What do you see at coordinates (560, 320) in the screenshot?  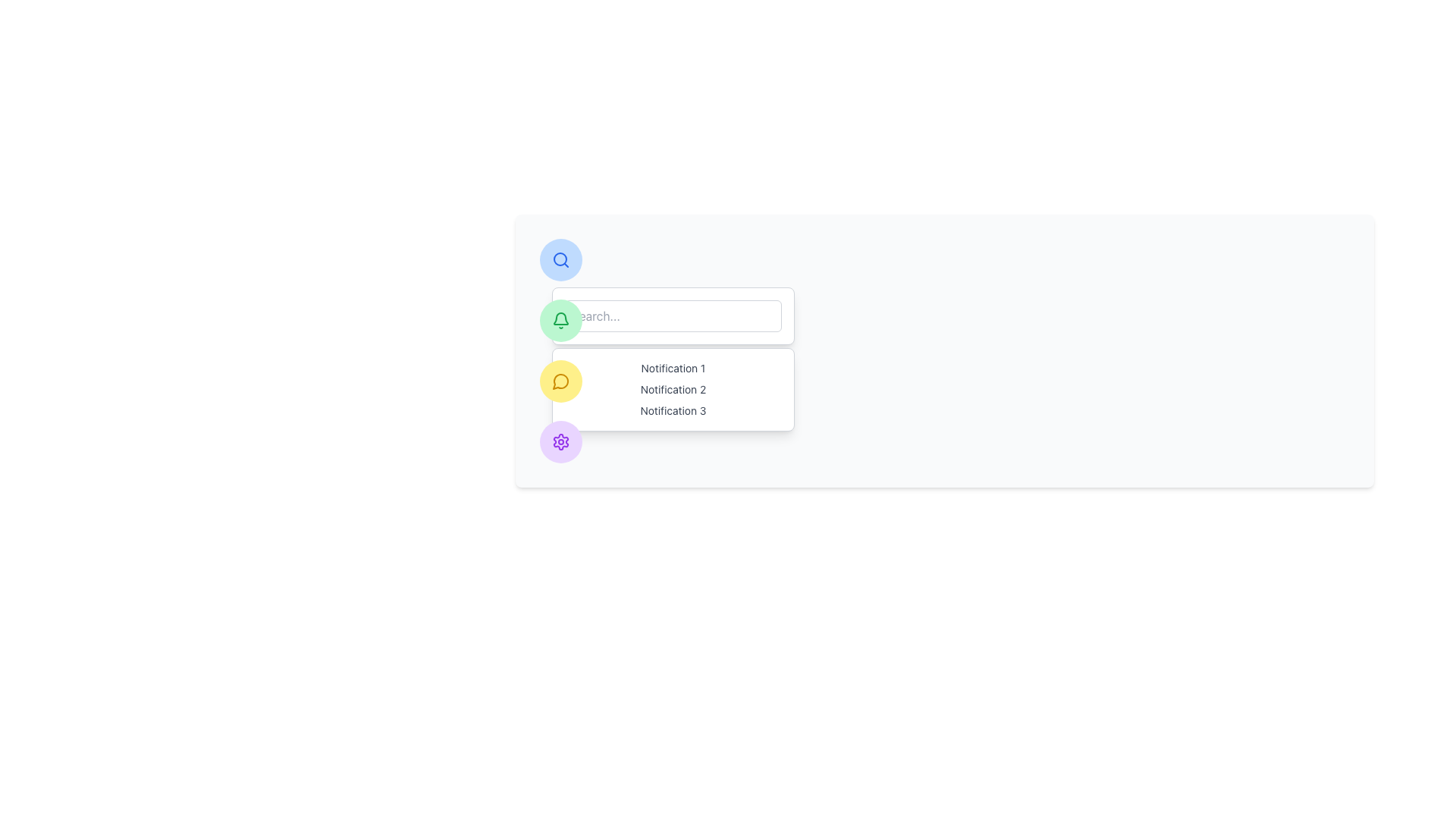 I see `the green bell icon located in the sidebar menu, which is the second icon in a vertical sequence of round buttons, each differing by color and icon` at bounding box center [560, 320].